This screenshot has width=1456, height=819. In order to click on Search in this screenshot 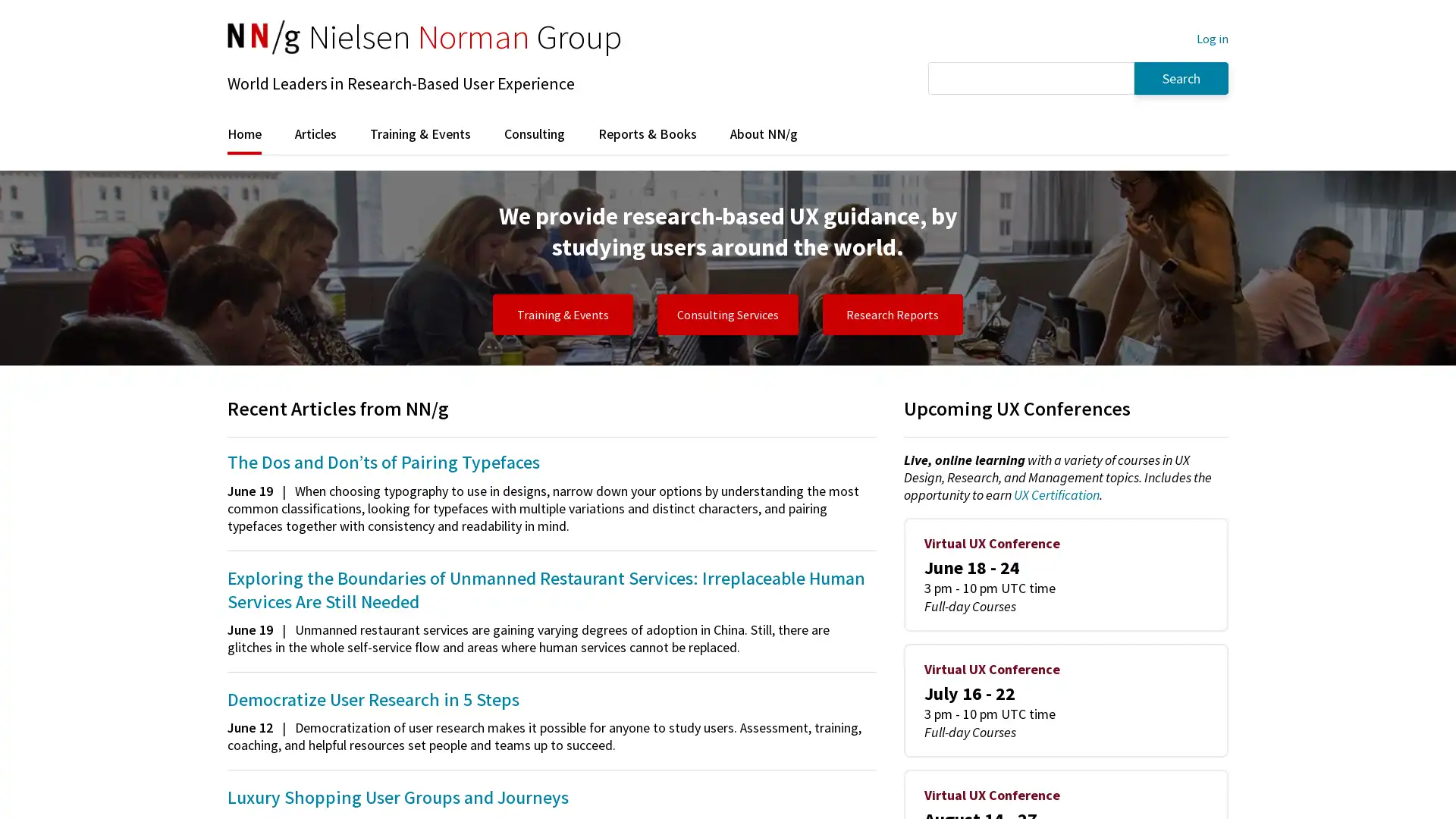, I will do `click(1181, 77)`.